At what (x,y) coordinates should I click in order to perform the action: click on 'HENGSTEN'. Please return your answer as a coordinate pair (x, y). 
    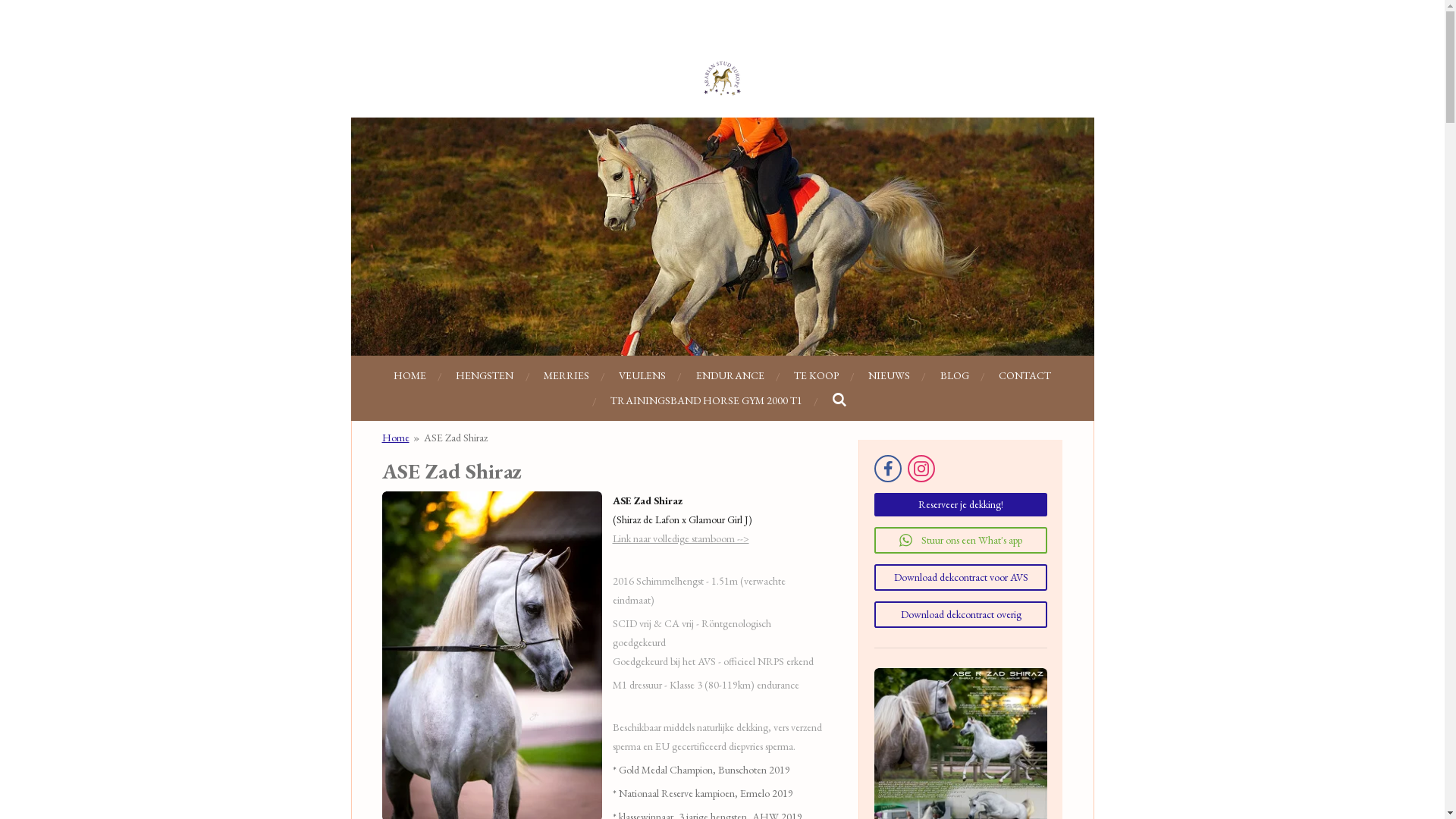
    Looking at the image, I should click on (483, 375).